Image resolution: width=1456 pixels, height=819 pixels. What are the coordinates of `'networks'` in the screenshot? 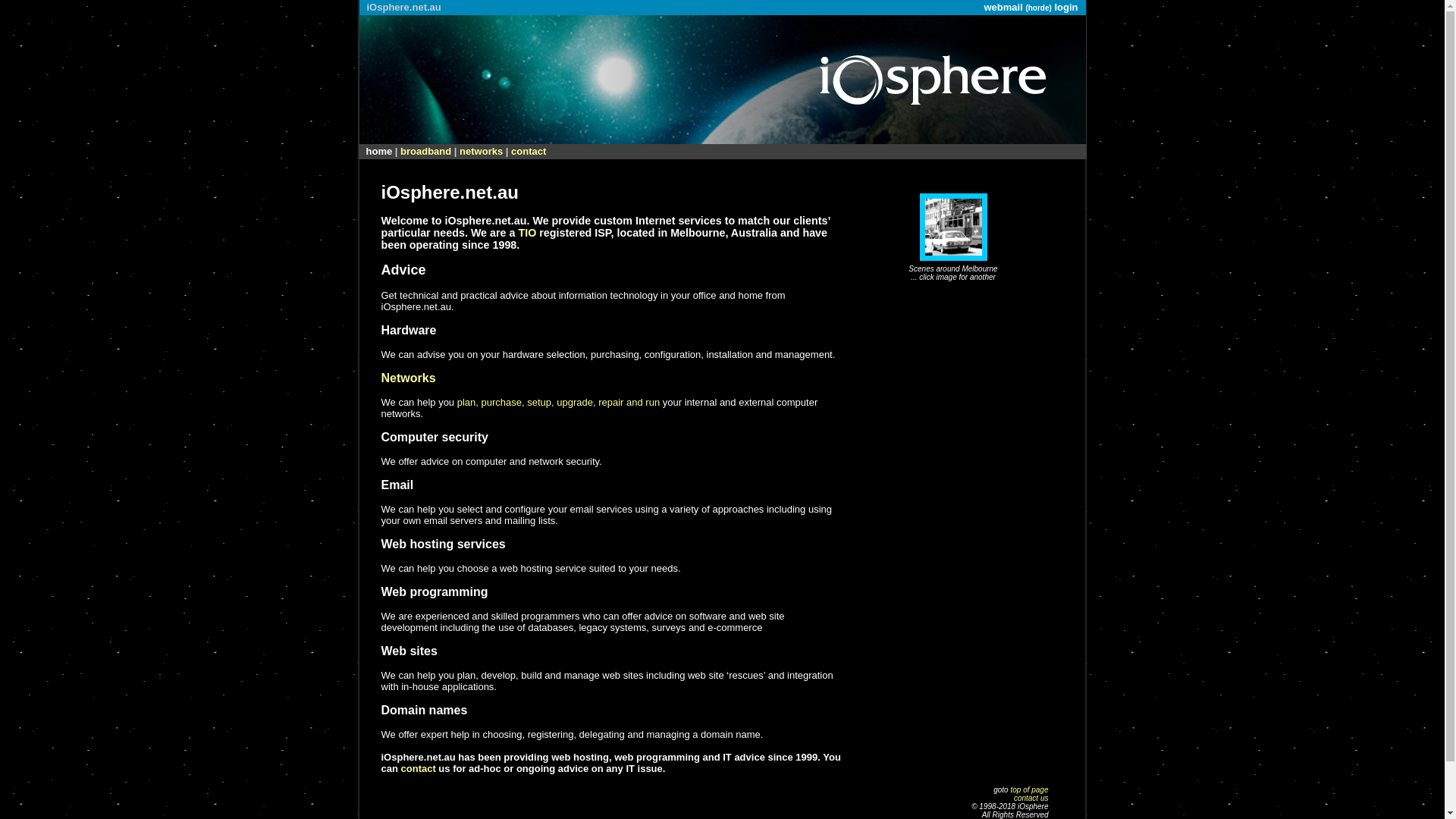 It's located at (480, 151).